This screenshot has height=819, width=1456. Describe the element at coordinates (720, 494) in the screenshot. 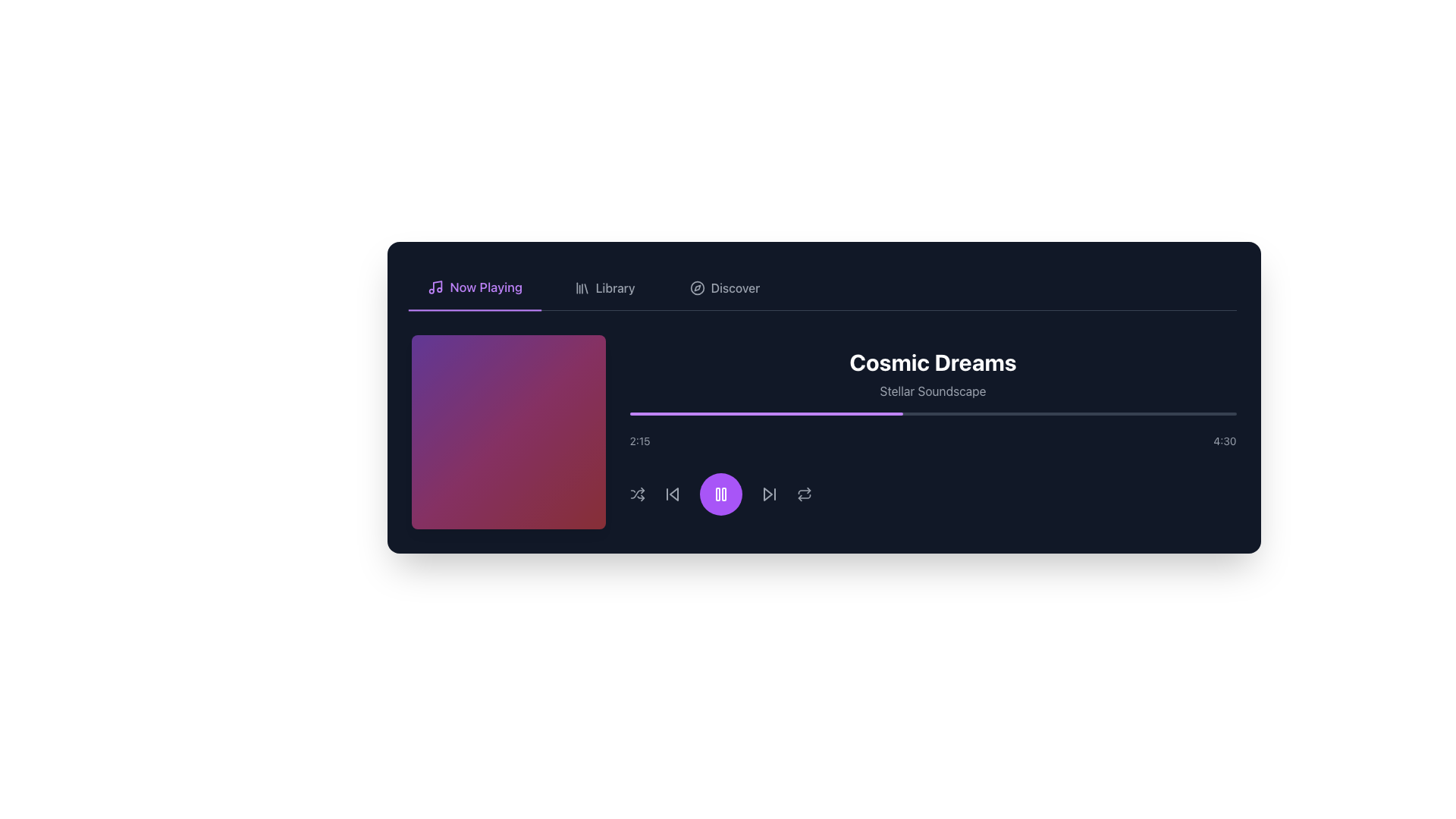

I see `the circular button with a purple background and white pause icon at the bottom center of the music player panel to play or pause the music` at that location.